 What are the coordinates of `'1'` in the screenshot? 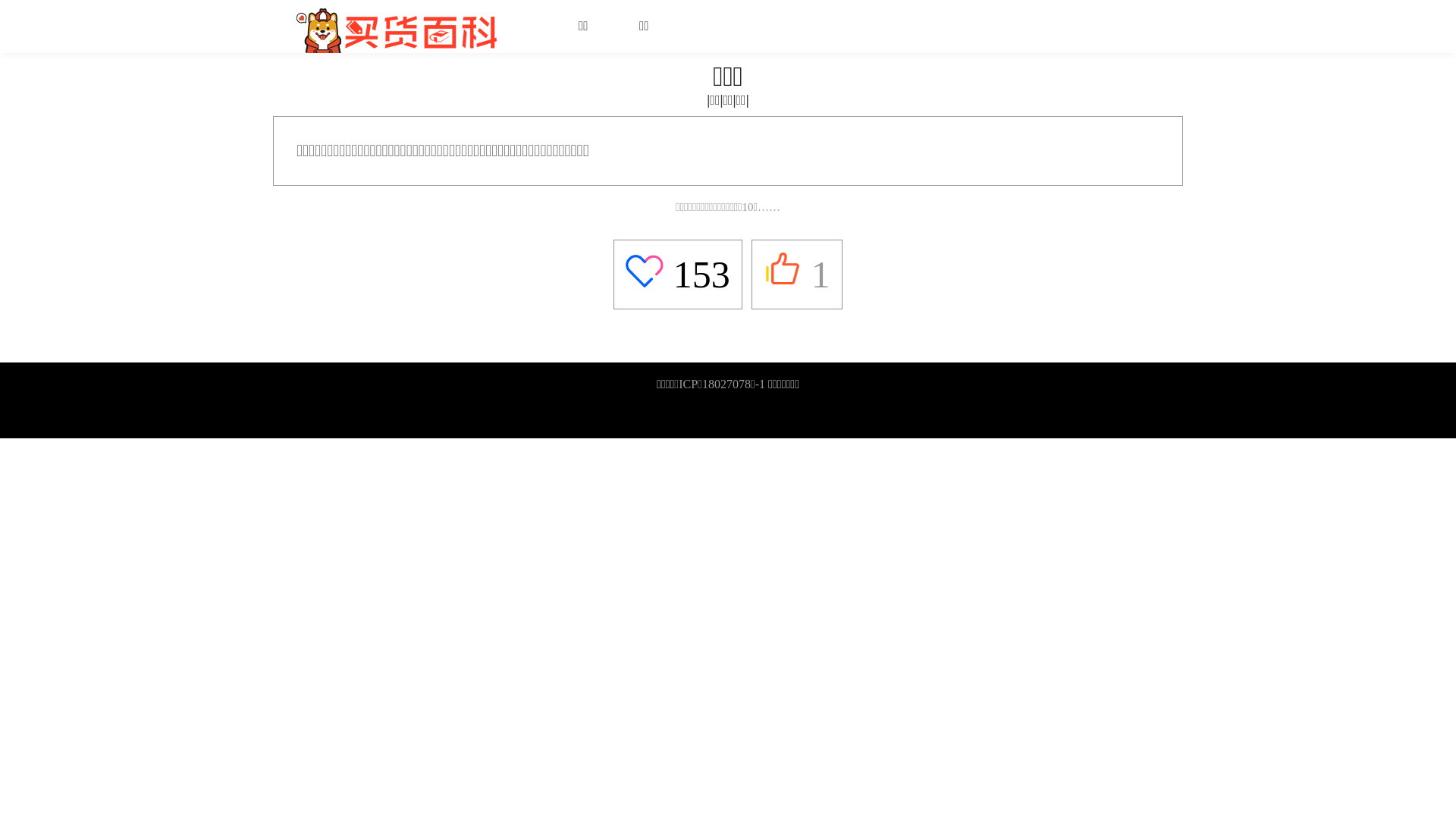 It's located at (764, 275).